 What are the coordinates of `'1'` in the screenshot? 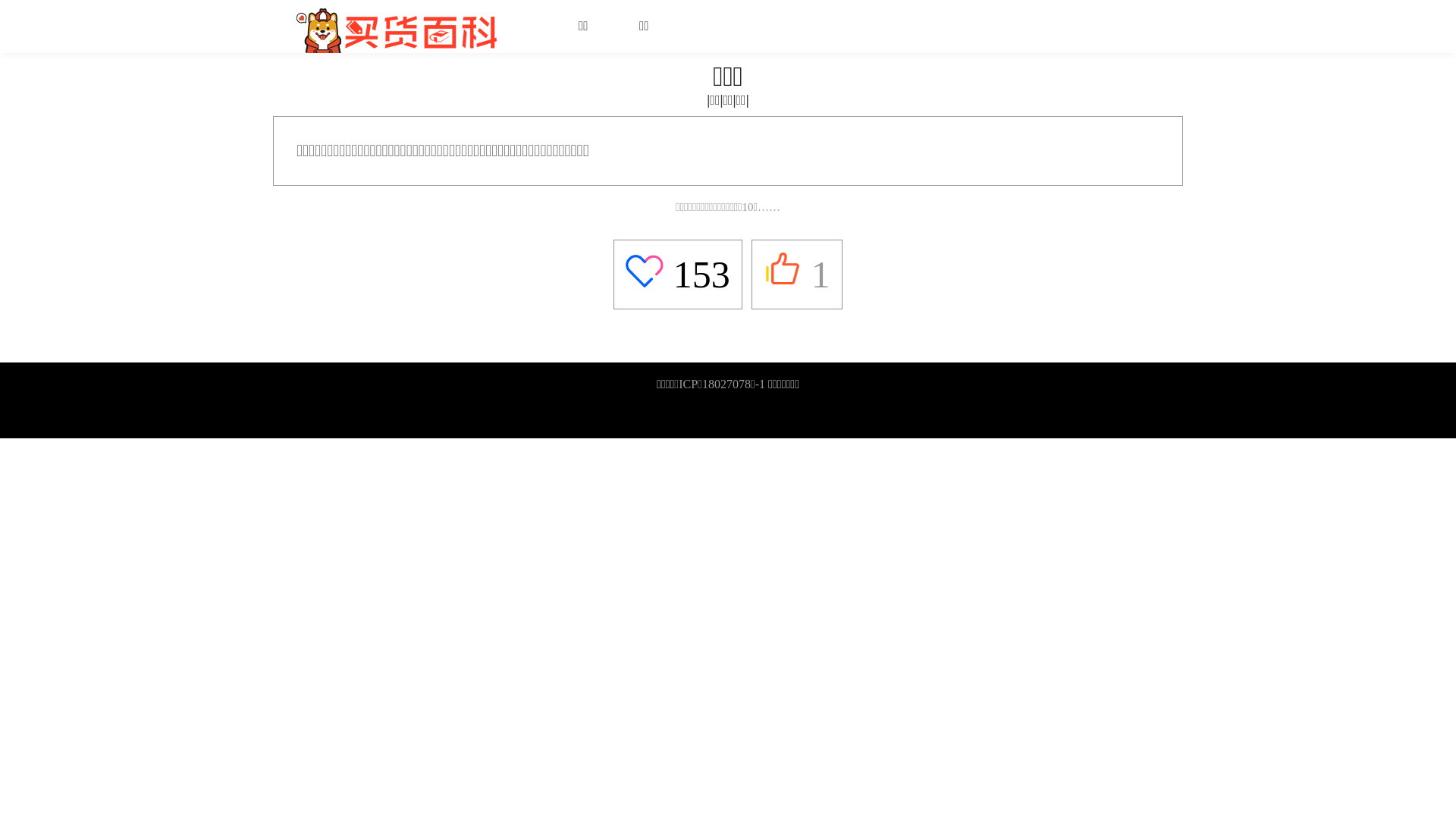 It's located at (764, 275).